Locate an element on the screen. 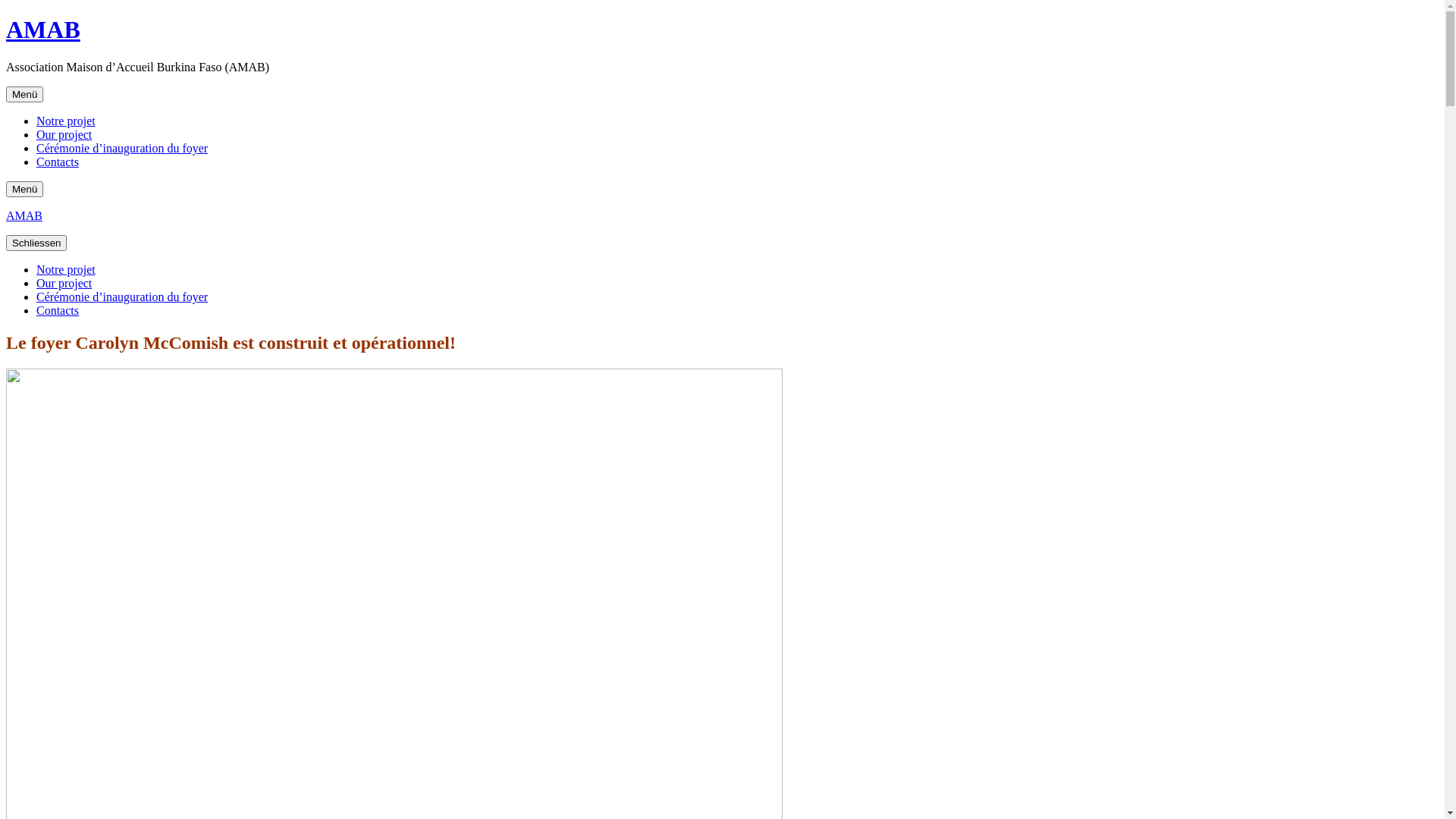  'Schliessen' is located at coordinates (36, 242).